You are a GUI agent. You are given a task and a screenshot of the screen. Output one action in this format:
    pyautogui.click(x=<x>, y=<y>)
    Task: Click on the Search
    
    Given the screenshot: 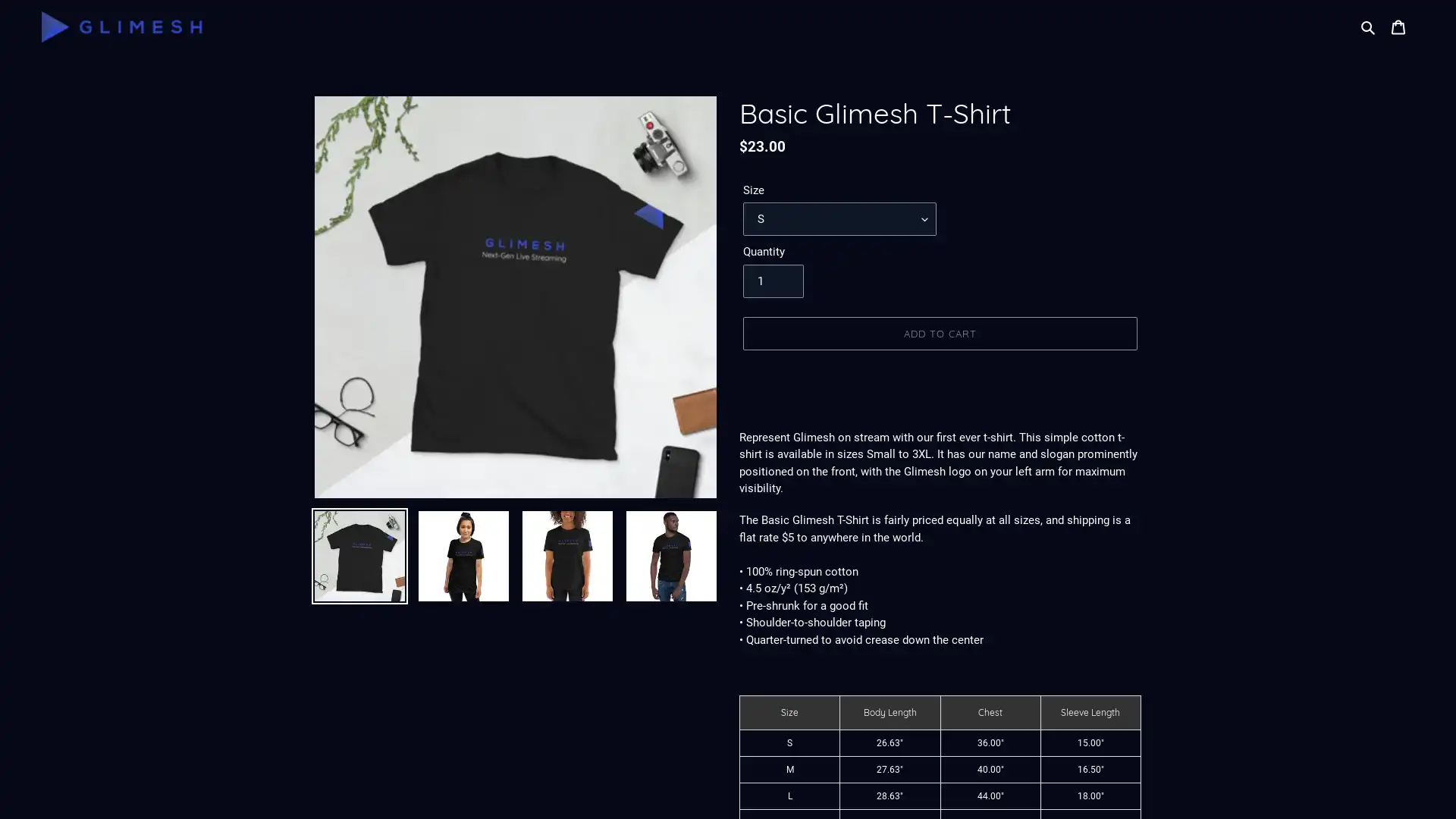 What is the action you would take?
    pyautogui.click(x=1369, y=26)
    